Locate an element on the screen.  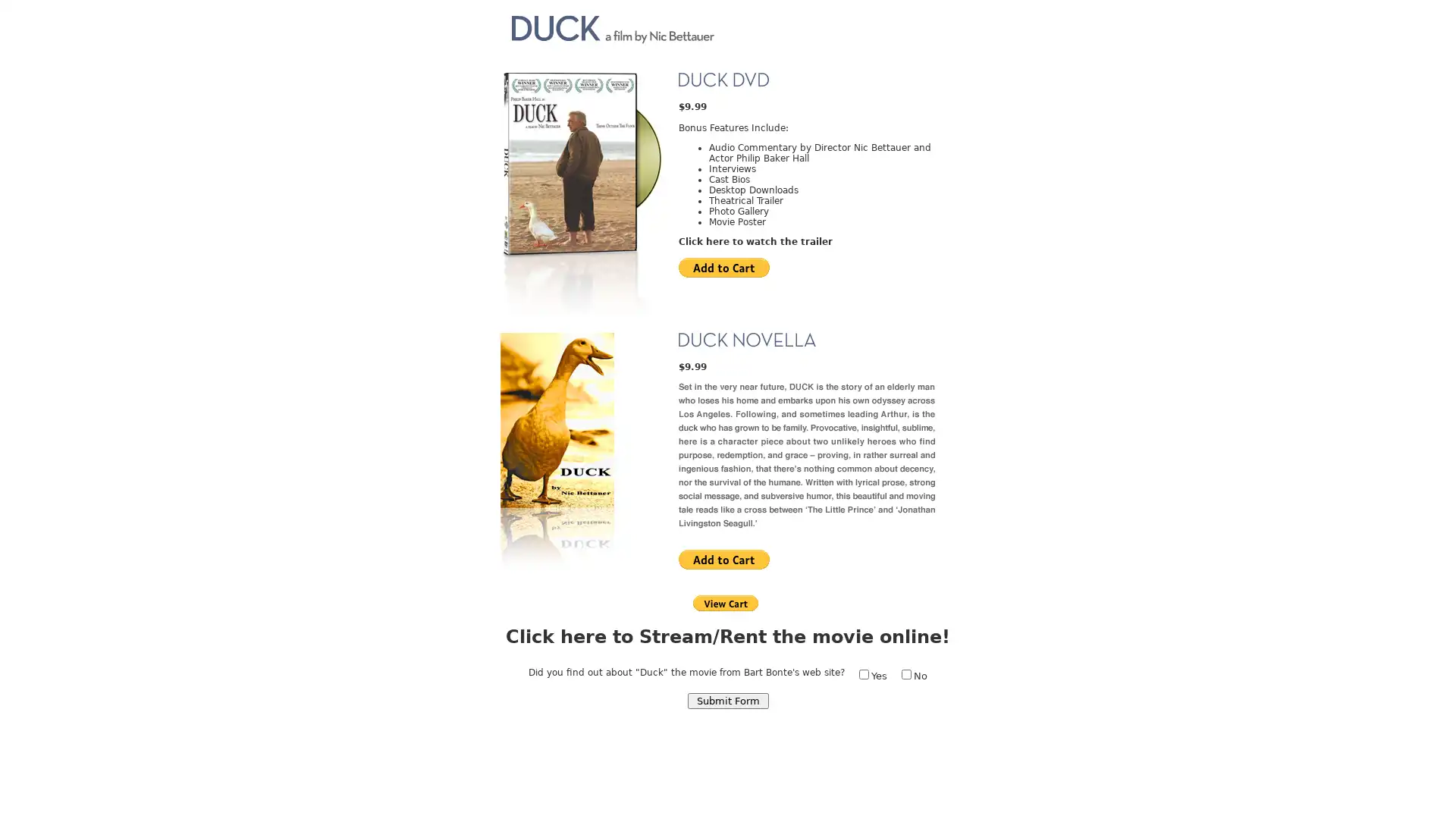
Submit Form is located at coordinates (726, 701).